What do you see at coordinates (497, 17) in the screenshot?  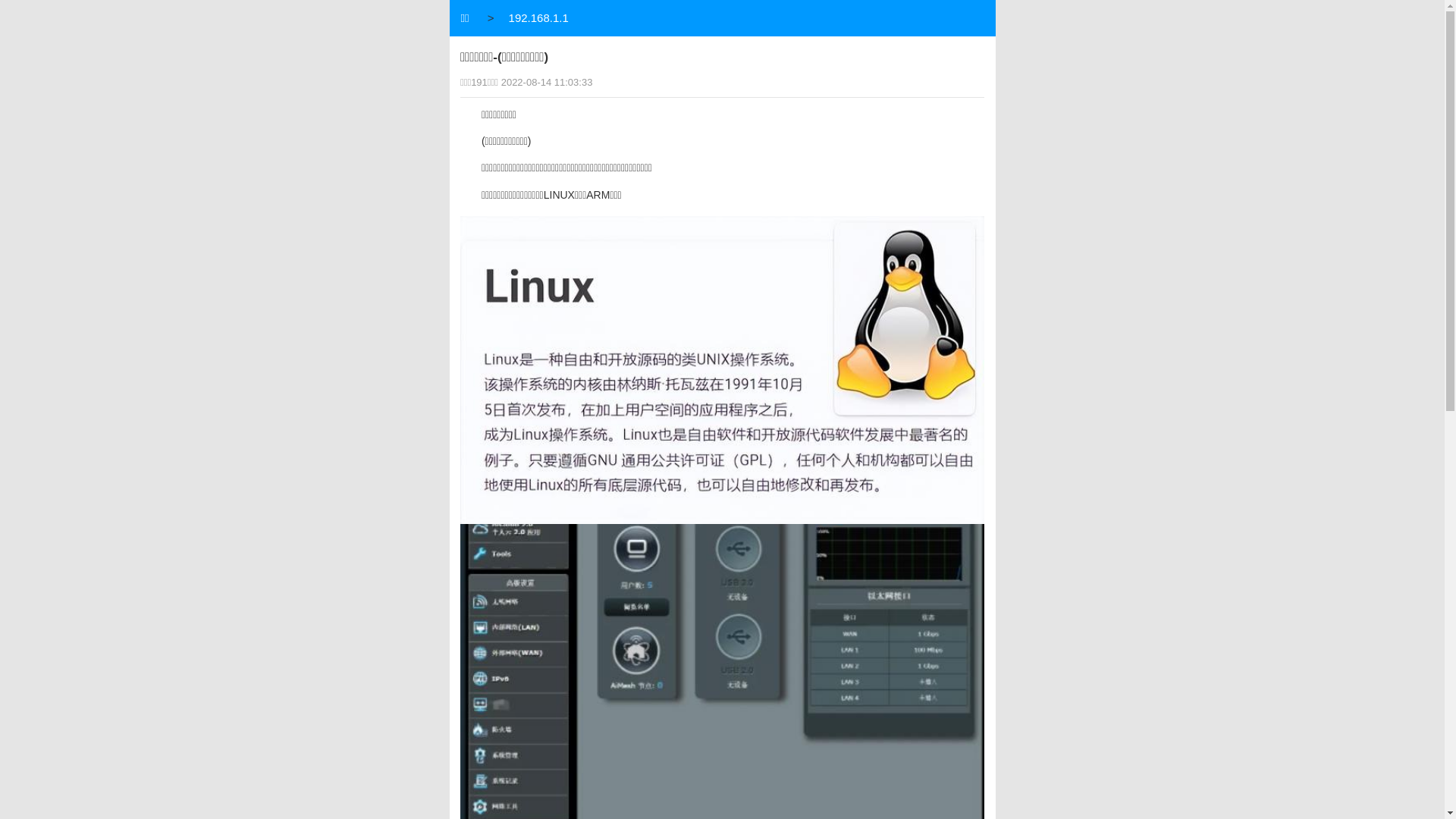 I see `'192.168.1.1'` at bounding box center [497, 17].